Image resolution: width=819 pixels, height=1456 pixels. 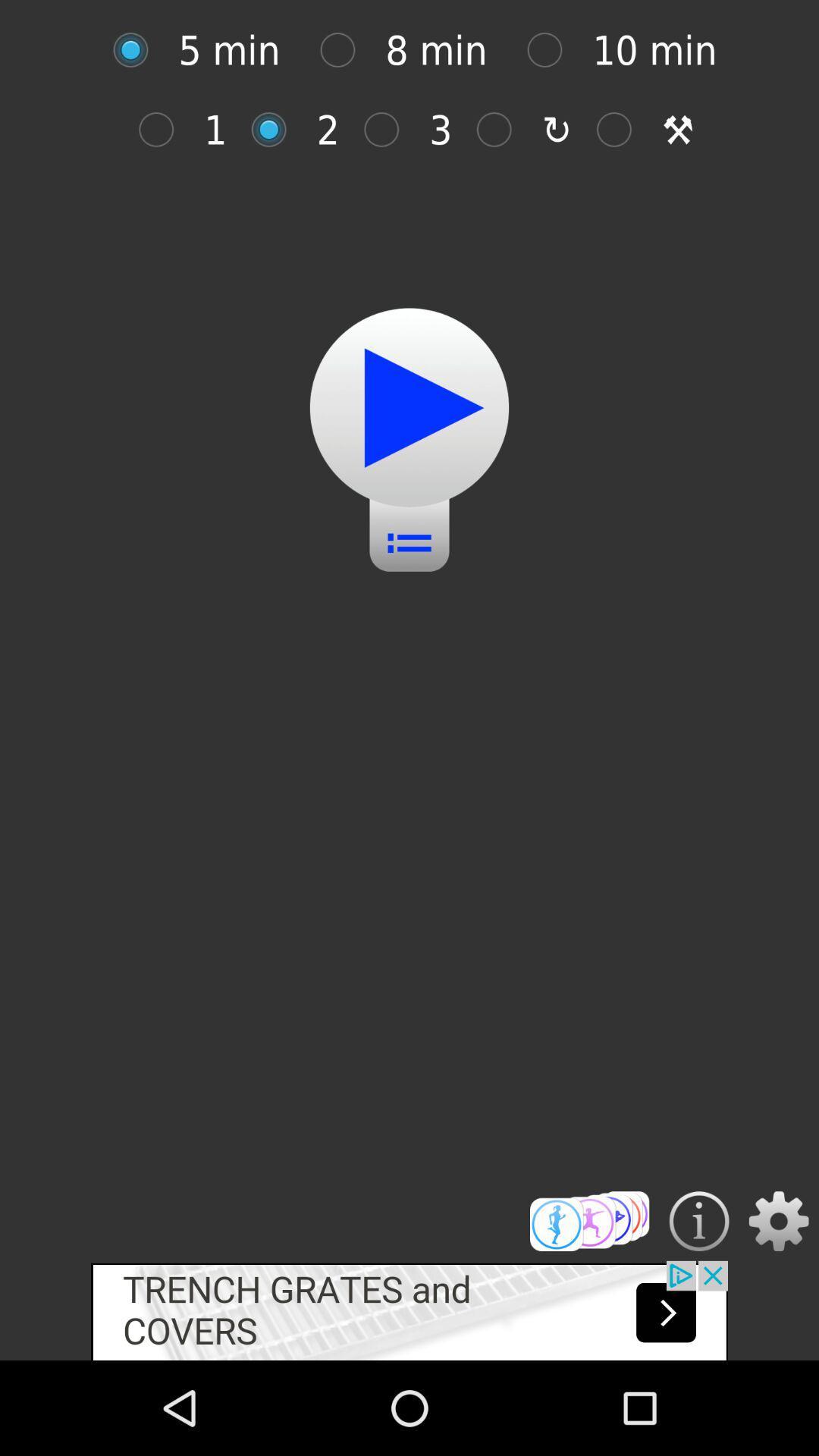 I want to click on watch video, so click(x=409, y=407).